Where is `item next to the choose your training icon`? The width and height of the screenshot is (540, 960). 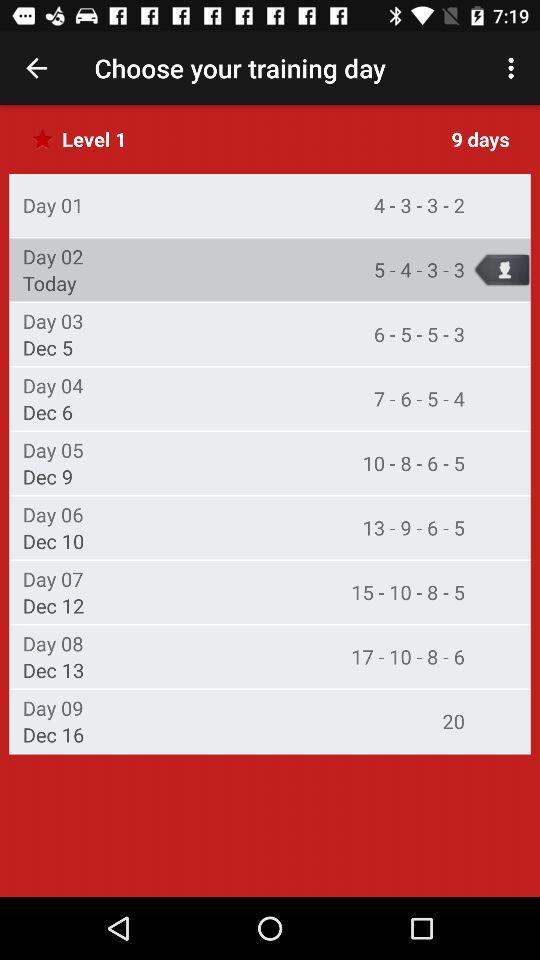 item next to the choose your training icon is located at coordinates (513, 68).